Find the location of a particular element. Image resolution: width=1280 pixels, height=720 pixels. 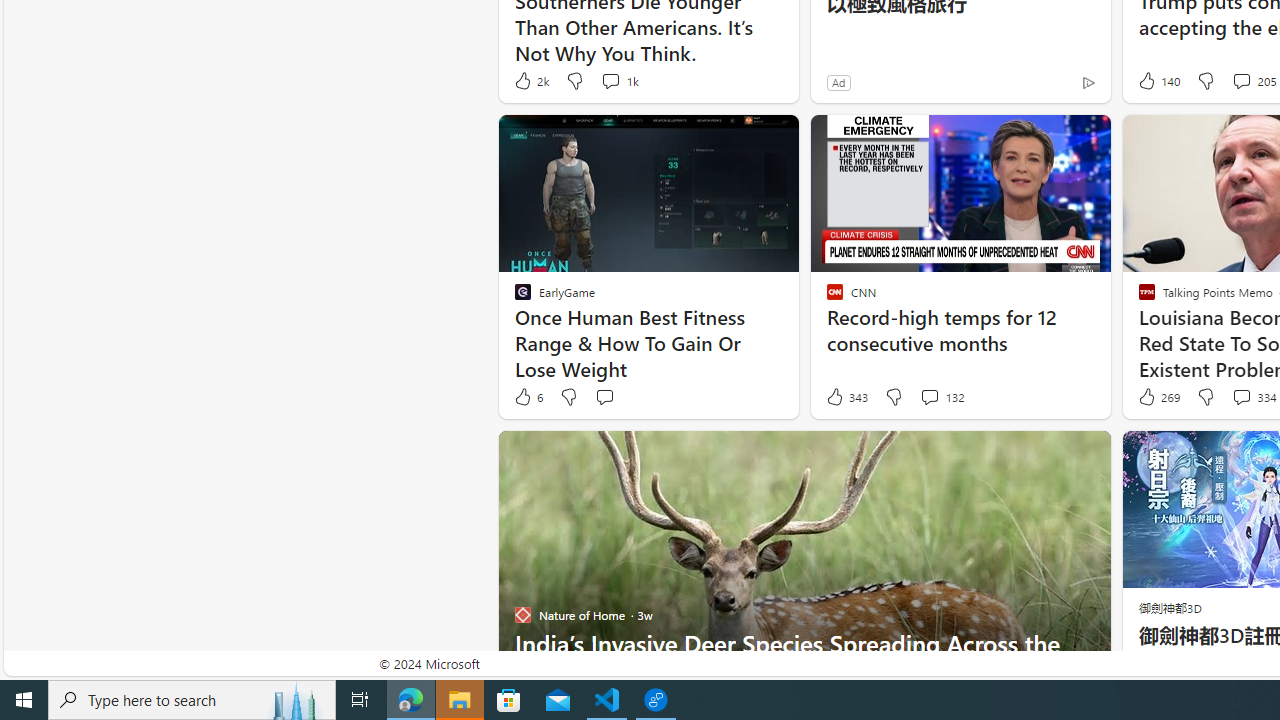

'View comments 132 Comment' is located at coordinates (928, 397).